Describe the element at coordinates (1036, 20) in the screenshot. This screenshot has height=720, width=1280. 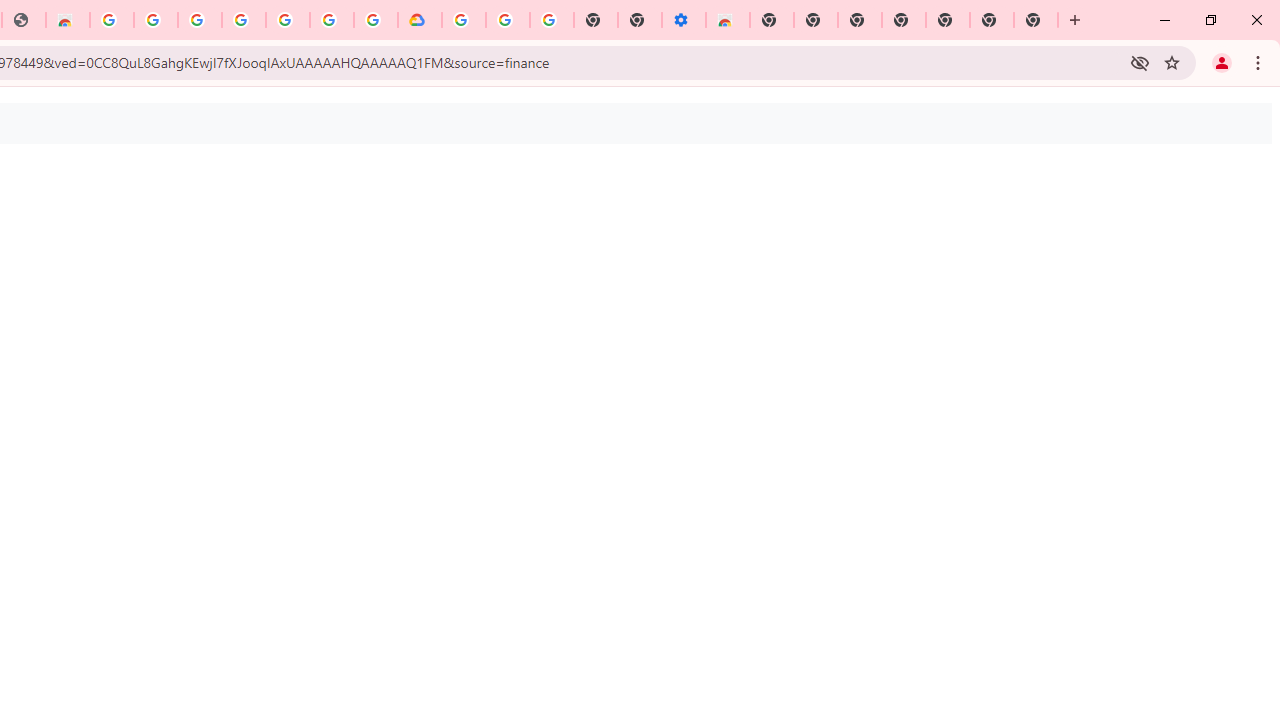
I see `'New Tab'` at that location.